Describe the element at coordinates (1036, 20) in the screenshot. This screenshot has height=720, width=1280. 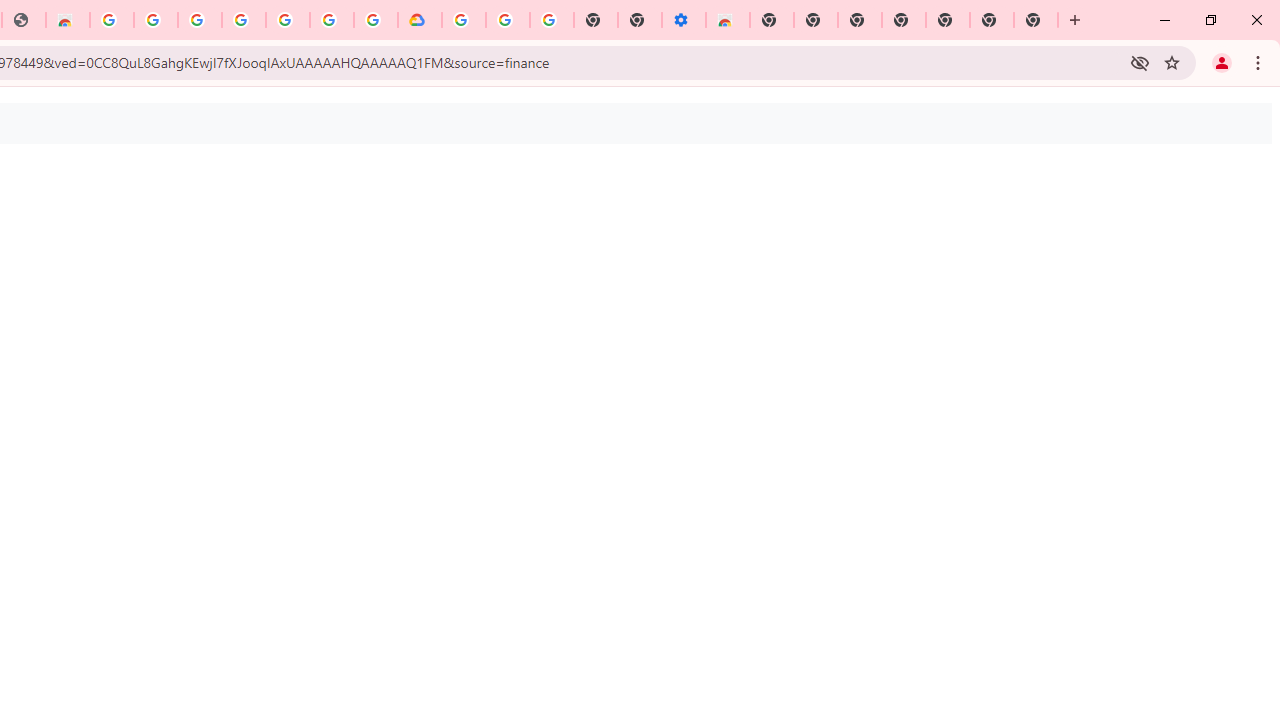
I see `'New Tab'` at that location.